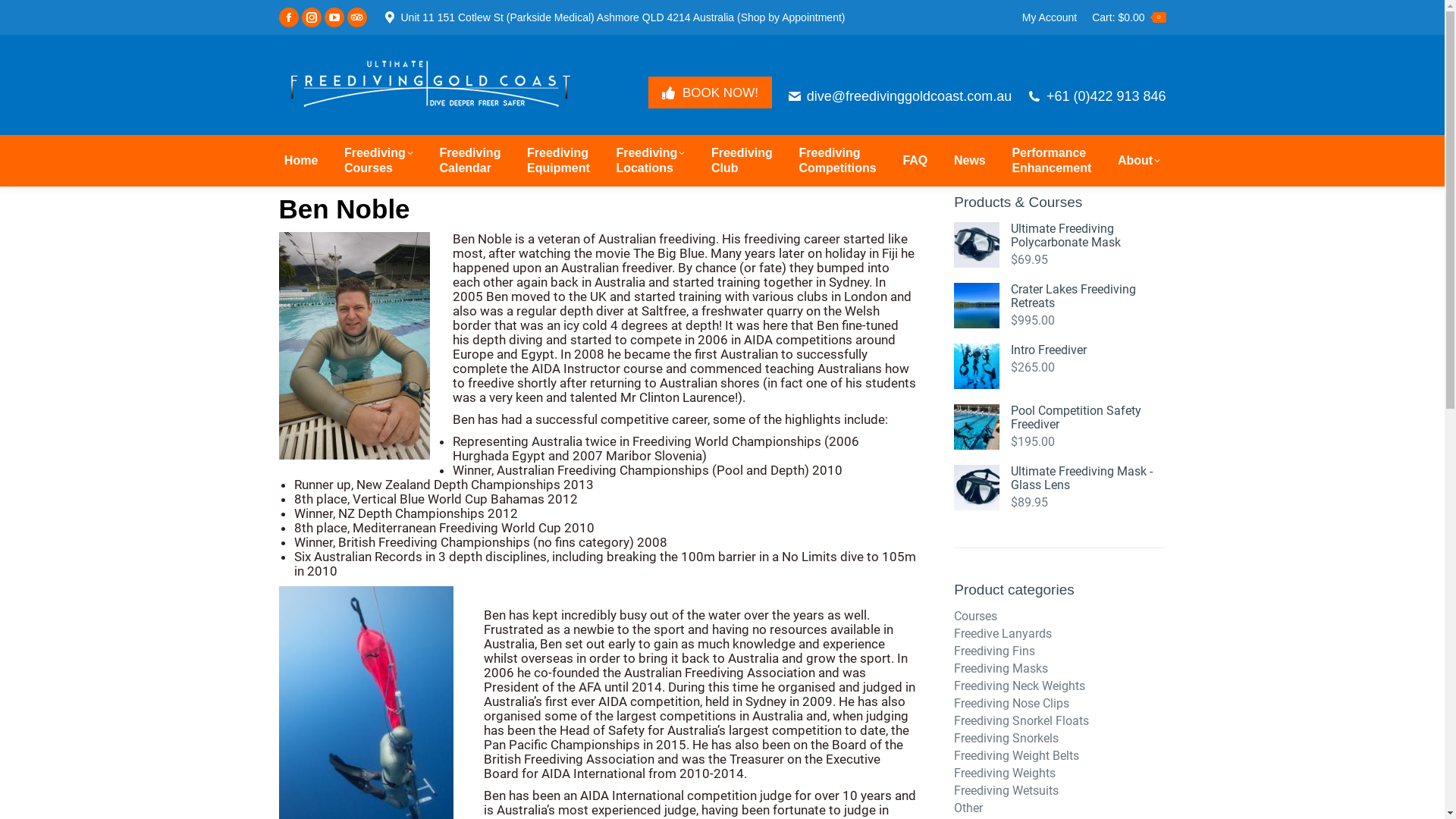 This screenshot has height=819, width=1456. Describe the element at coordinates (439, 161) in the screenshot. I see `'Freediving` at that location.